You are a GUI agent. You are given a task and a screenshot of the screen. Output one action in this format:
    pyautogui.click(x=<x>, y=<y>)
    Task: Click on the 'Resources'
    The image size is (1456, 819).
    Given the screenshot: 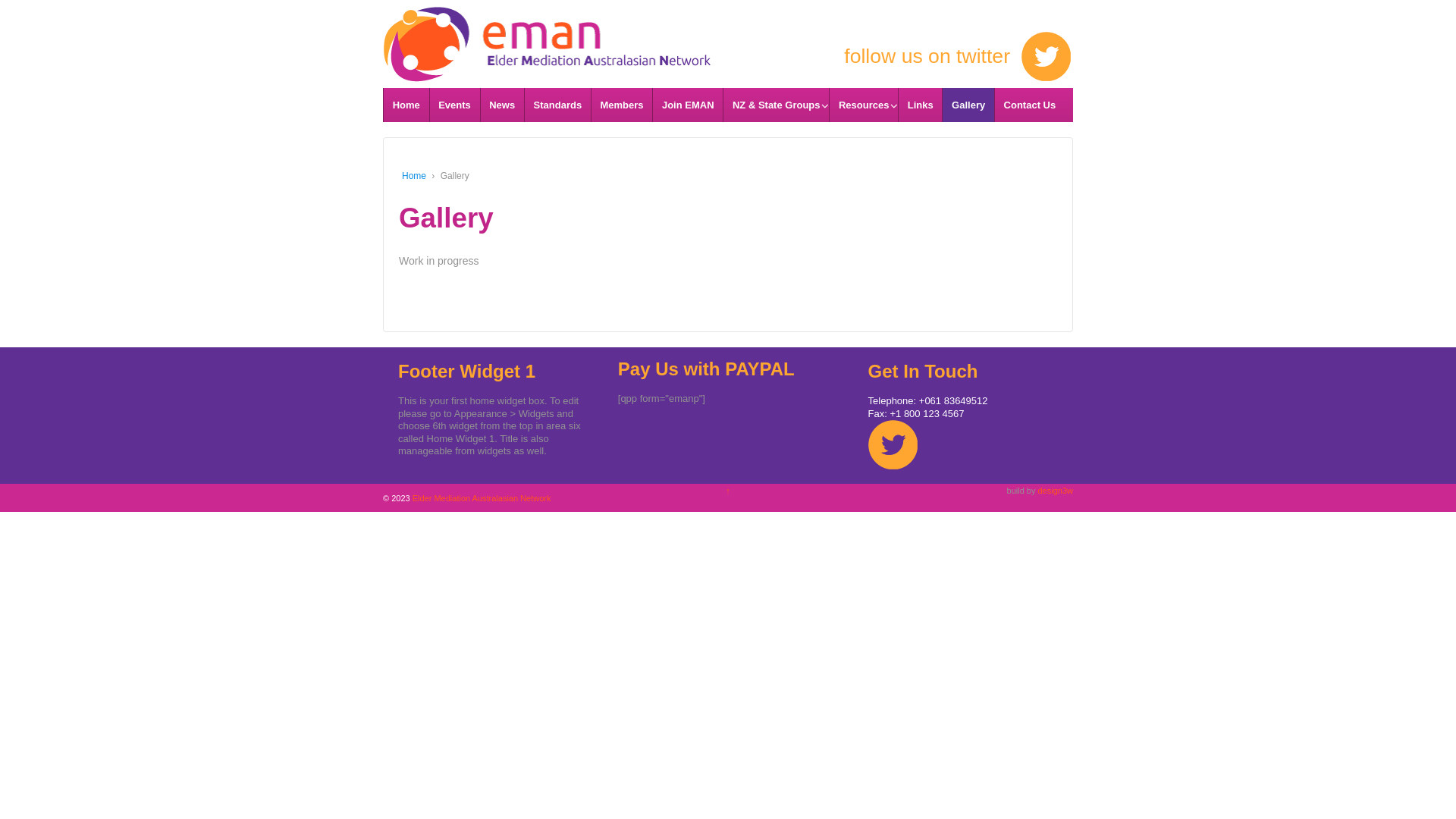 What is the action you would take?
    pyautogui.click(x=863, y=104)
    